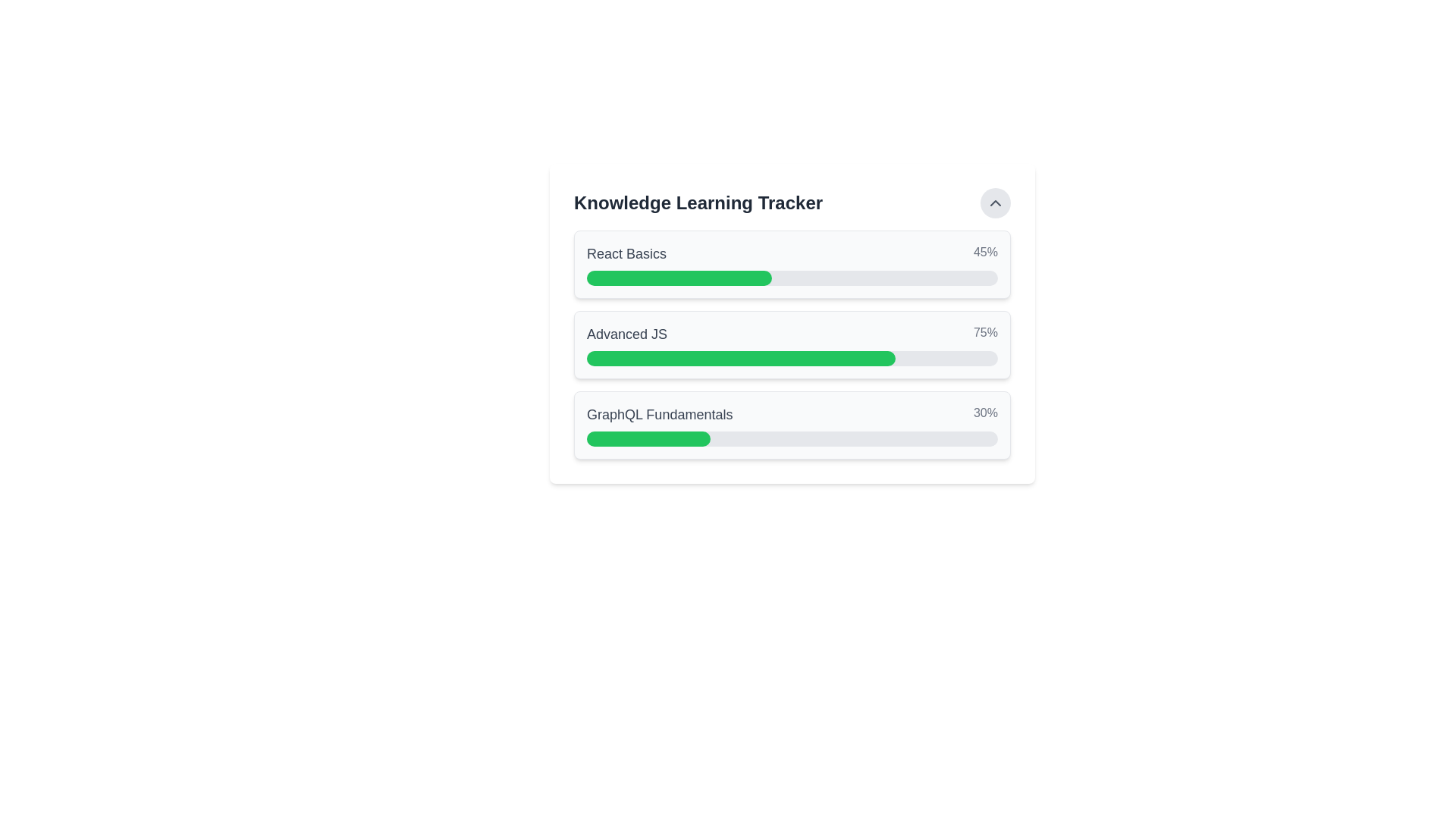  What do you see at coordinates (741, 359) in the screenshot?
I see `Progress indicator bar representing 75% completion of the 'Advanced JS' learning module, which is part of the progress tracker` at bounding box center [741, 359].